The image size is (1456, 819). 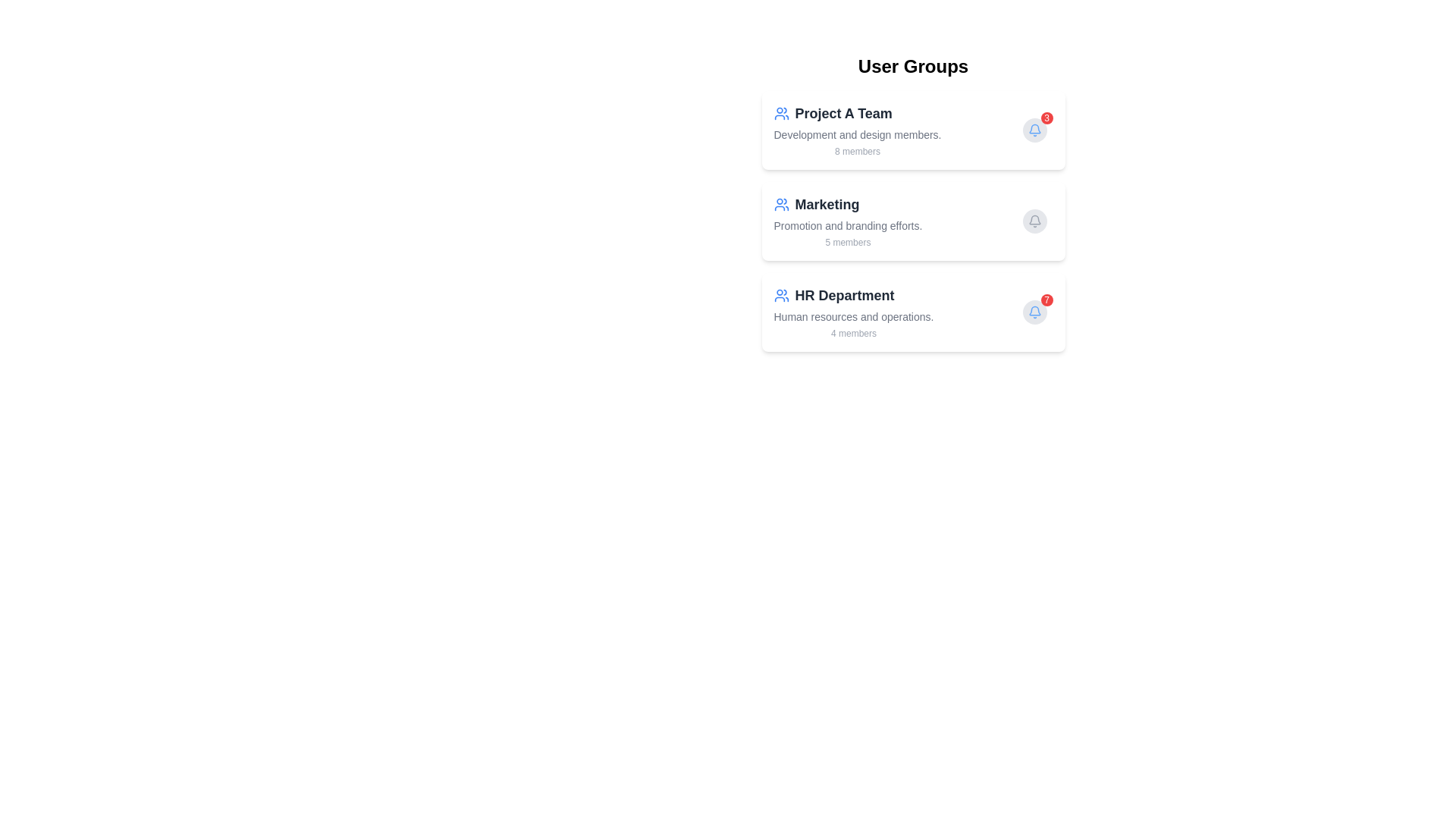 I want to click on the header of the group HR Department, so click(x=853, y=295).